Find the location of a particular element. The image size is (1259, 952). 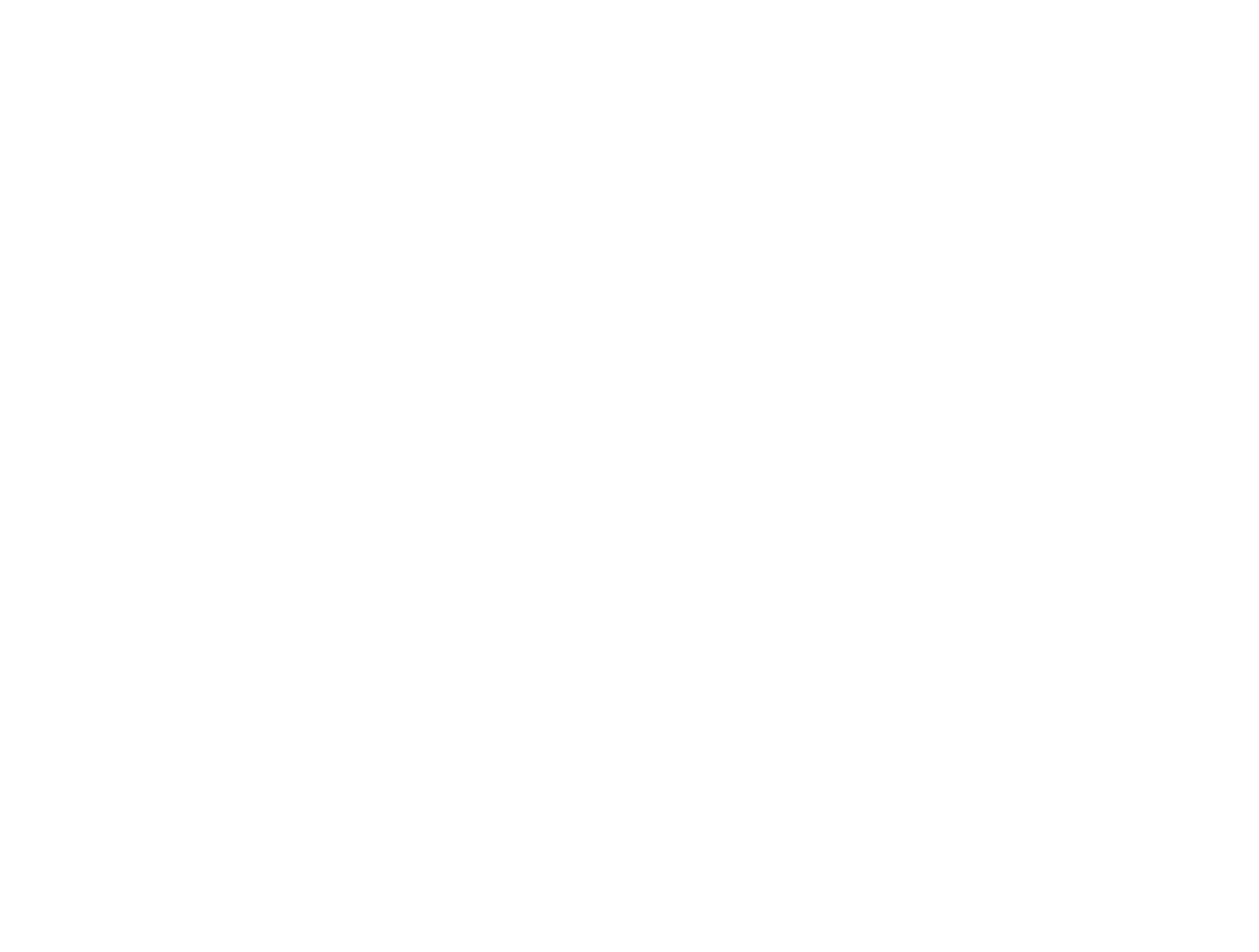

'Dual Ride-Up SRL Retrofit Kit for Kendon Dual Trailers' is located at coordinates (183, 519).